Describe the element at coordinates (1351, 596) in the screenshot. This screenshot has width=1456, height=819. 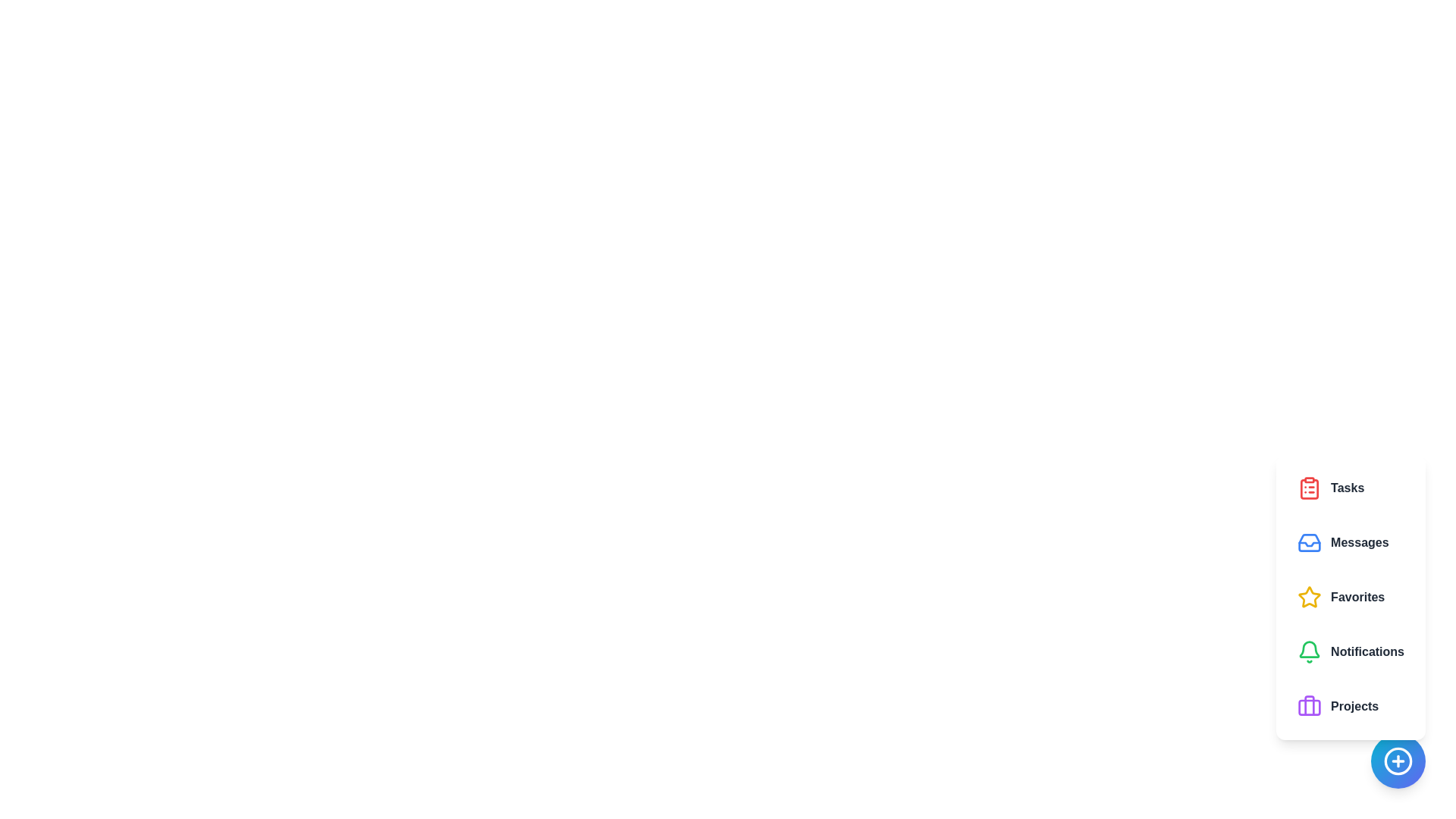
I see `the button labeled Favorites to observe visual feedback` at that location.